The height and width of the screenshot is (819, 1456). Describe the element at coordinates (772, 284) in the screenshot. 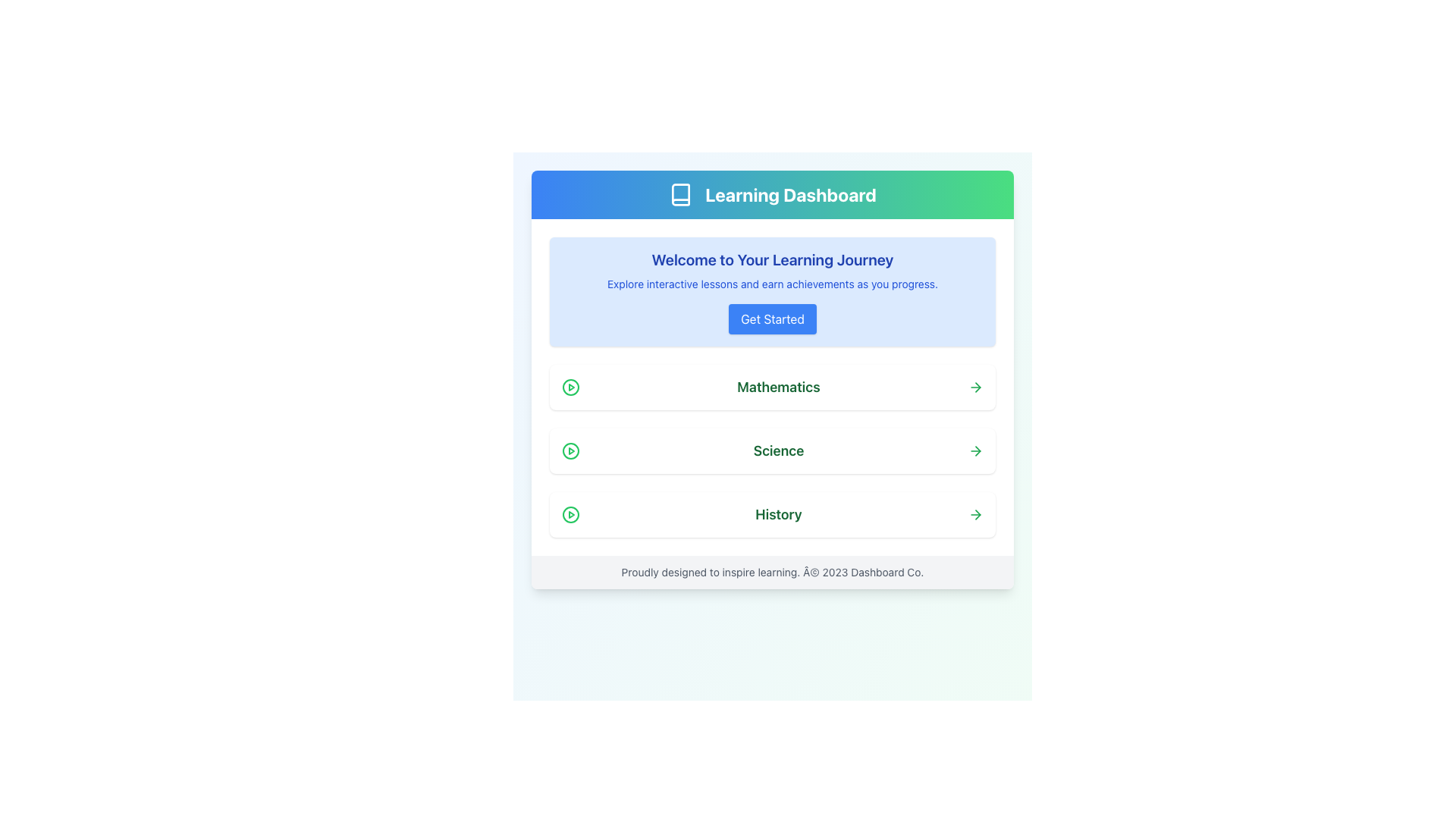

I see `the text element that says 'Explore interactive lessons and earn achievements as you progress.' which is styled in a small blue font and positioned between the header 'Welcome to Your Learning Journey' and the button 'Get Started'` at that location.